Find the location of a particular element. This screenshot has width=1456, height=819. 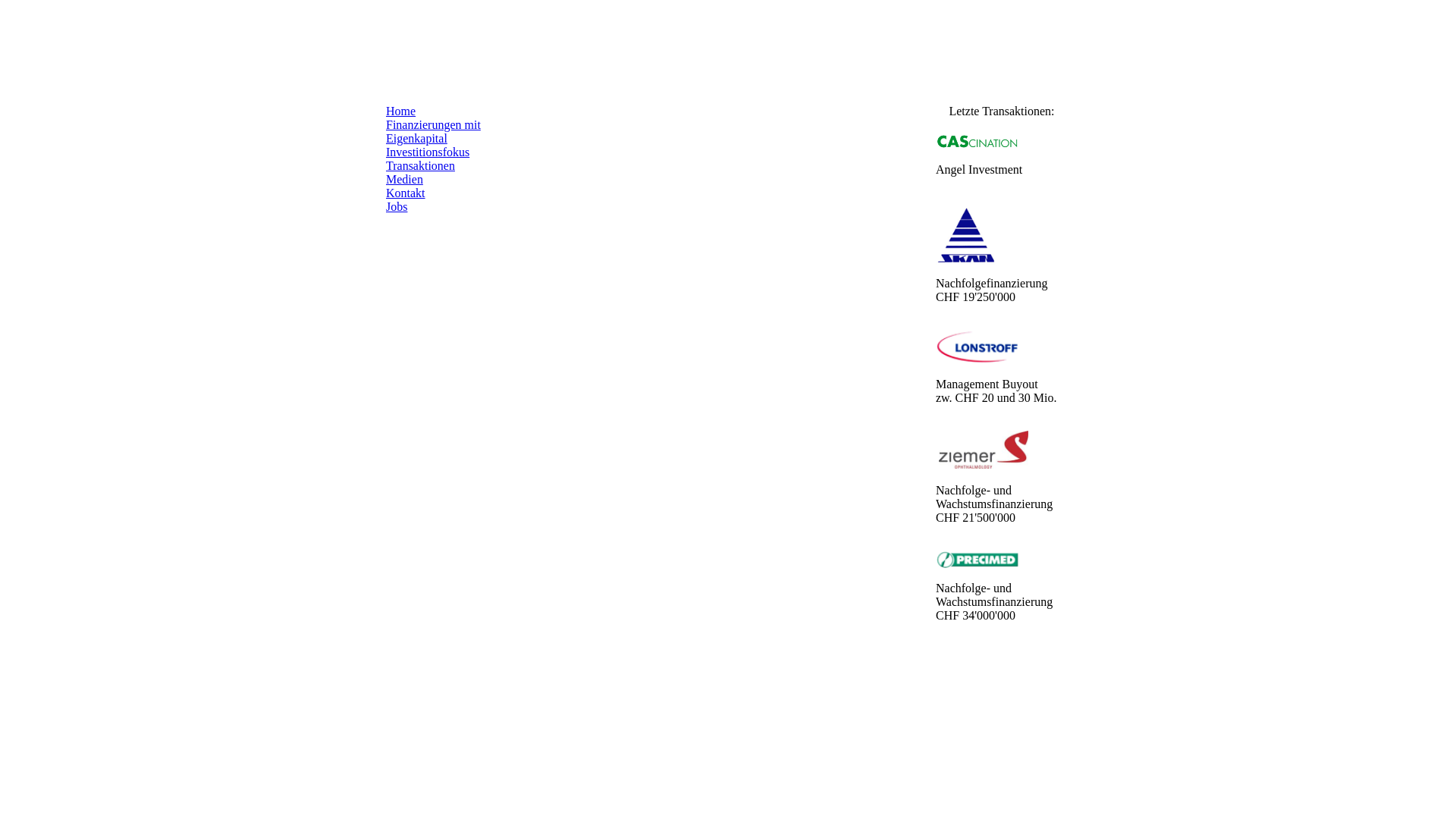

'Ziemer Group AG, Port' is located at coordinates (983, 449).